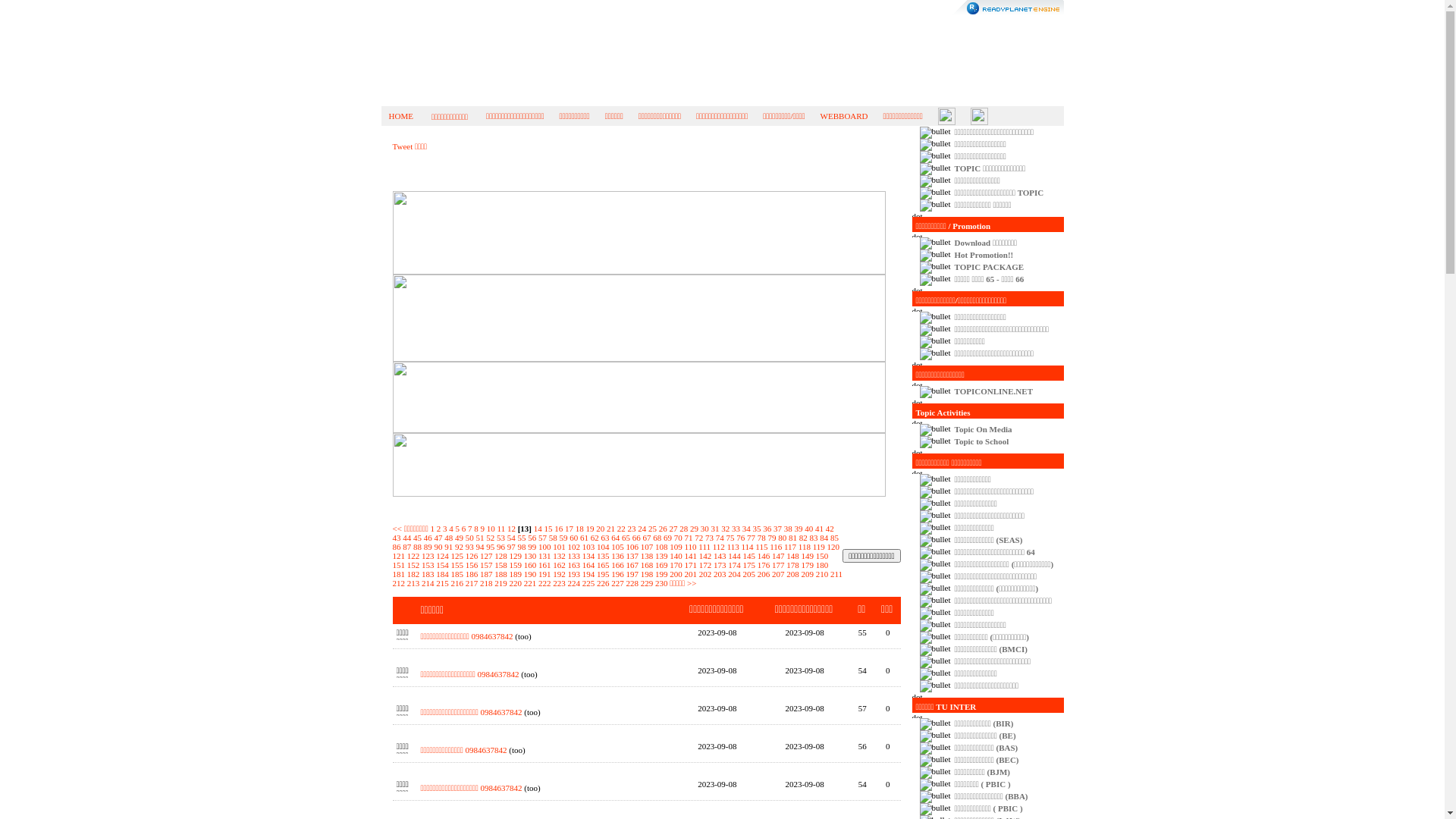  Describe the element at coordinates (585, 528) in the screenshot. I see `'19'` at that location.